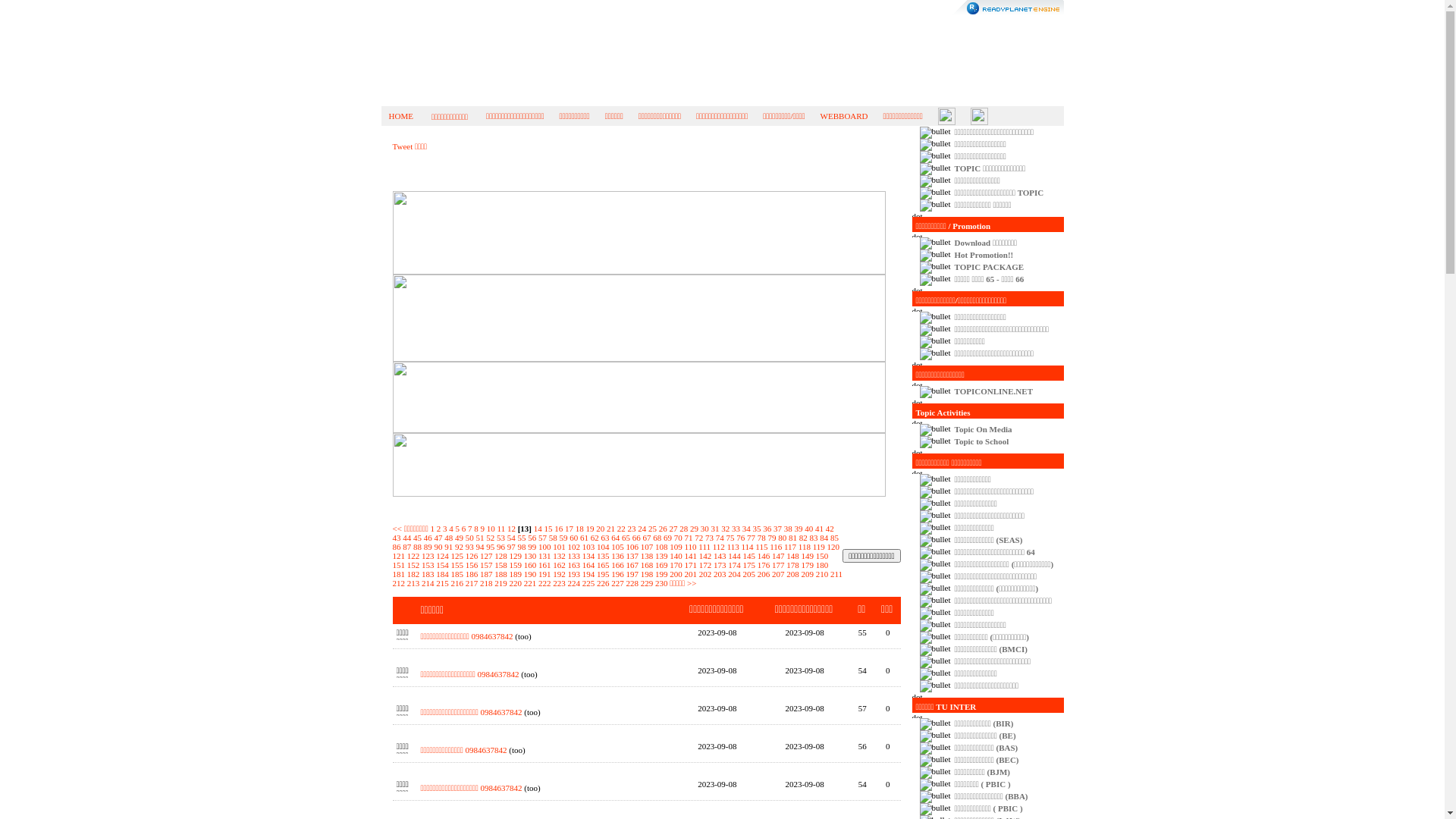  Describe the element at coordinates (585, 528) in the screenshot. I see `'19'` at that location.